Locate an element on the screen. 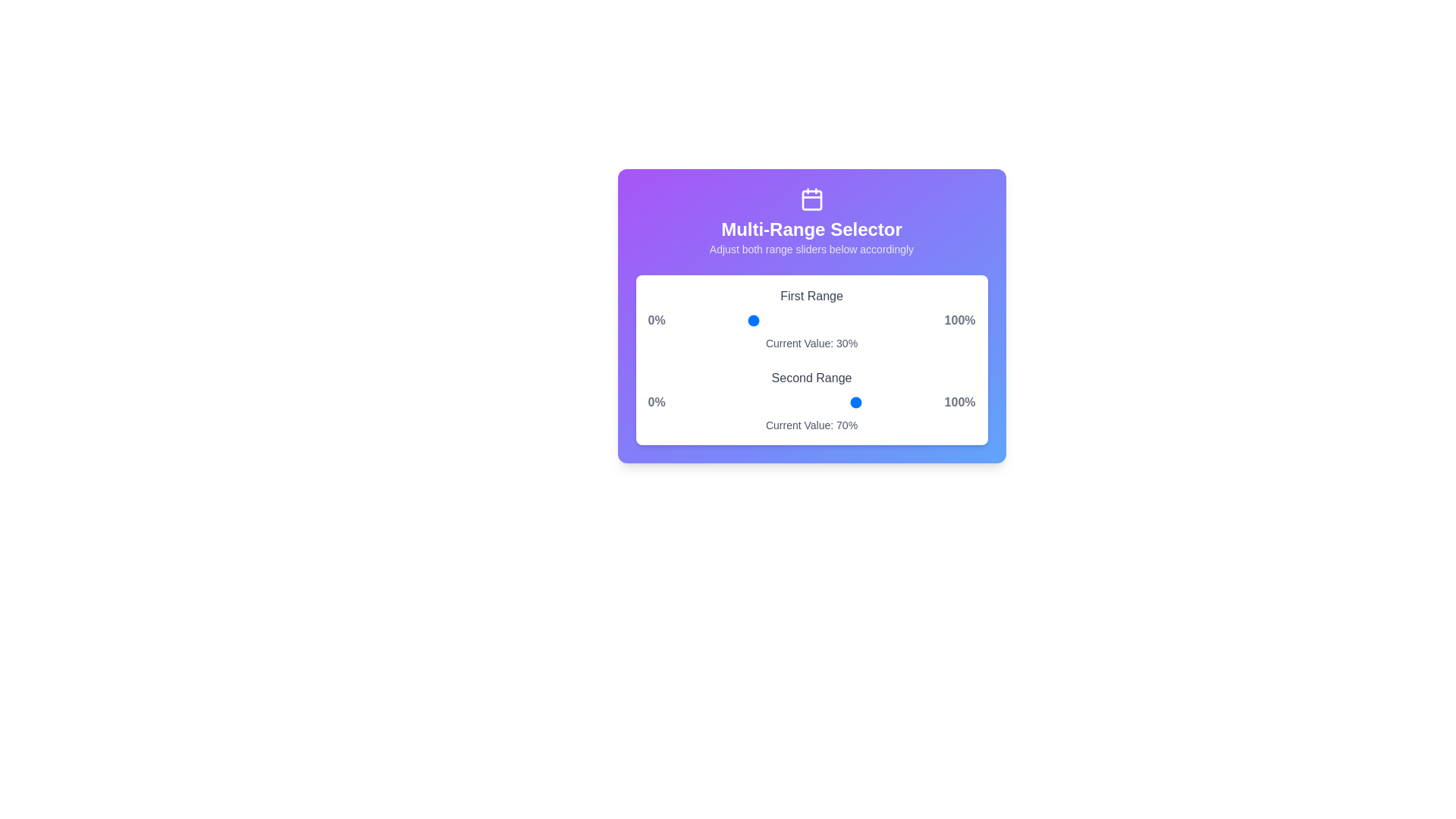  the handle of the first range slider, which allows users is located at coordinates (811, 318).